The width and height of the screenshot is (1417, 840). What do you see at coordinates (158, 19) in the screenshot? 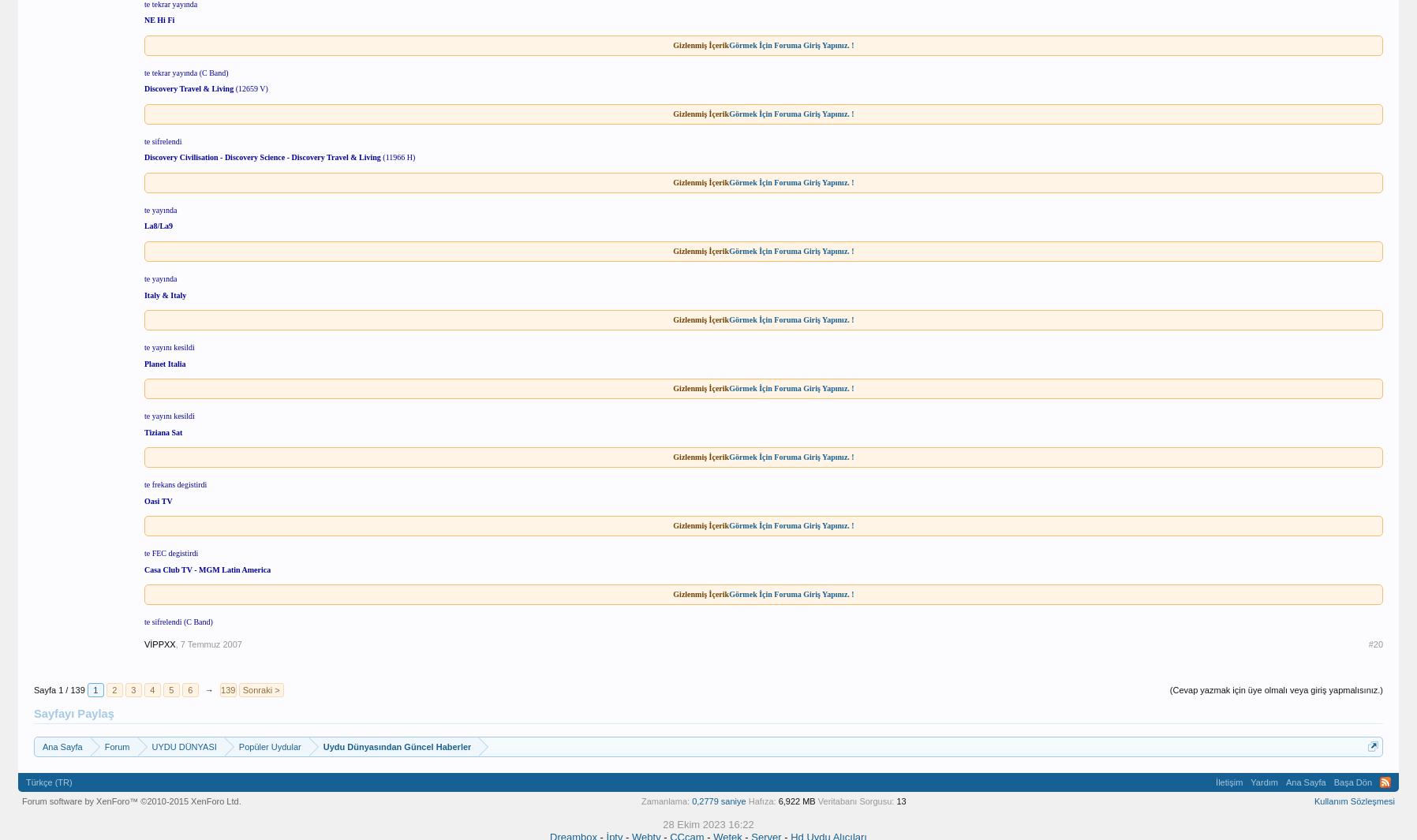
I see `'NE Hi Fi'` at bounding box center [158, 19].